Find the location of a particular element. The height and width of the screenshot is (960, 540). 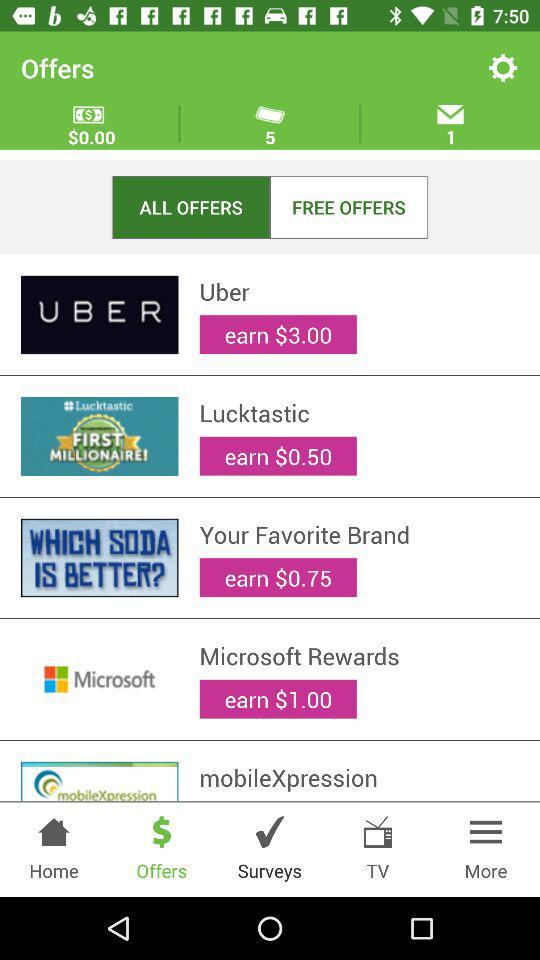

the item next to all offers is located at coordinates (347, 207).